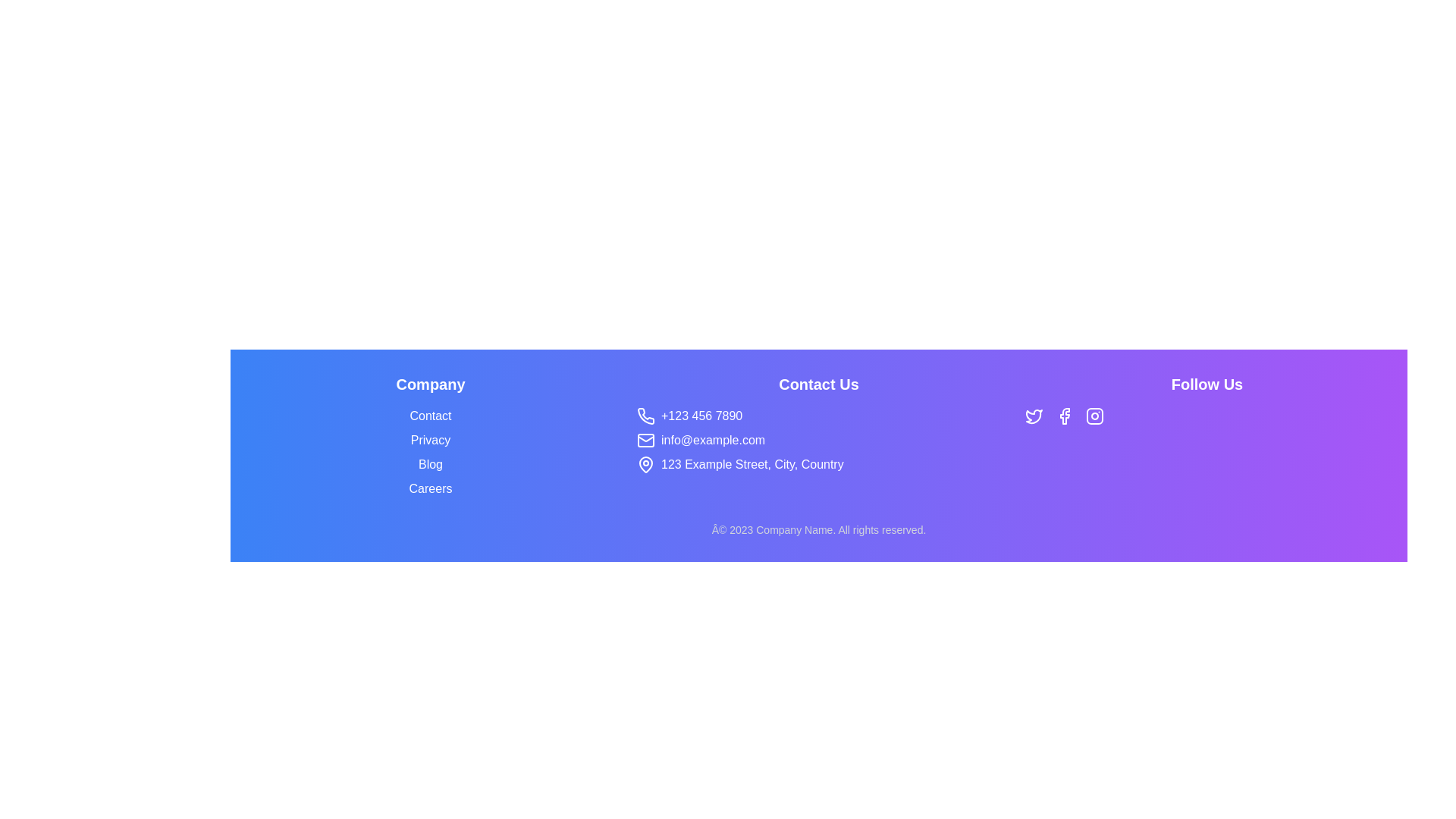 The image size is (1456, 819). What do you see at coordinates (645, 441) in the screenshot?
I see `the envelope icon located to the left of the email address 'info@example.com' under the 'Contact Us' section` at bounding box center [645, 441].